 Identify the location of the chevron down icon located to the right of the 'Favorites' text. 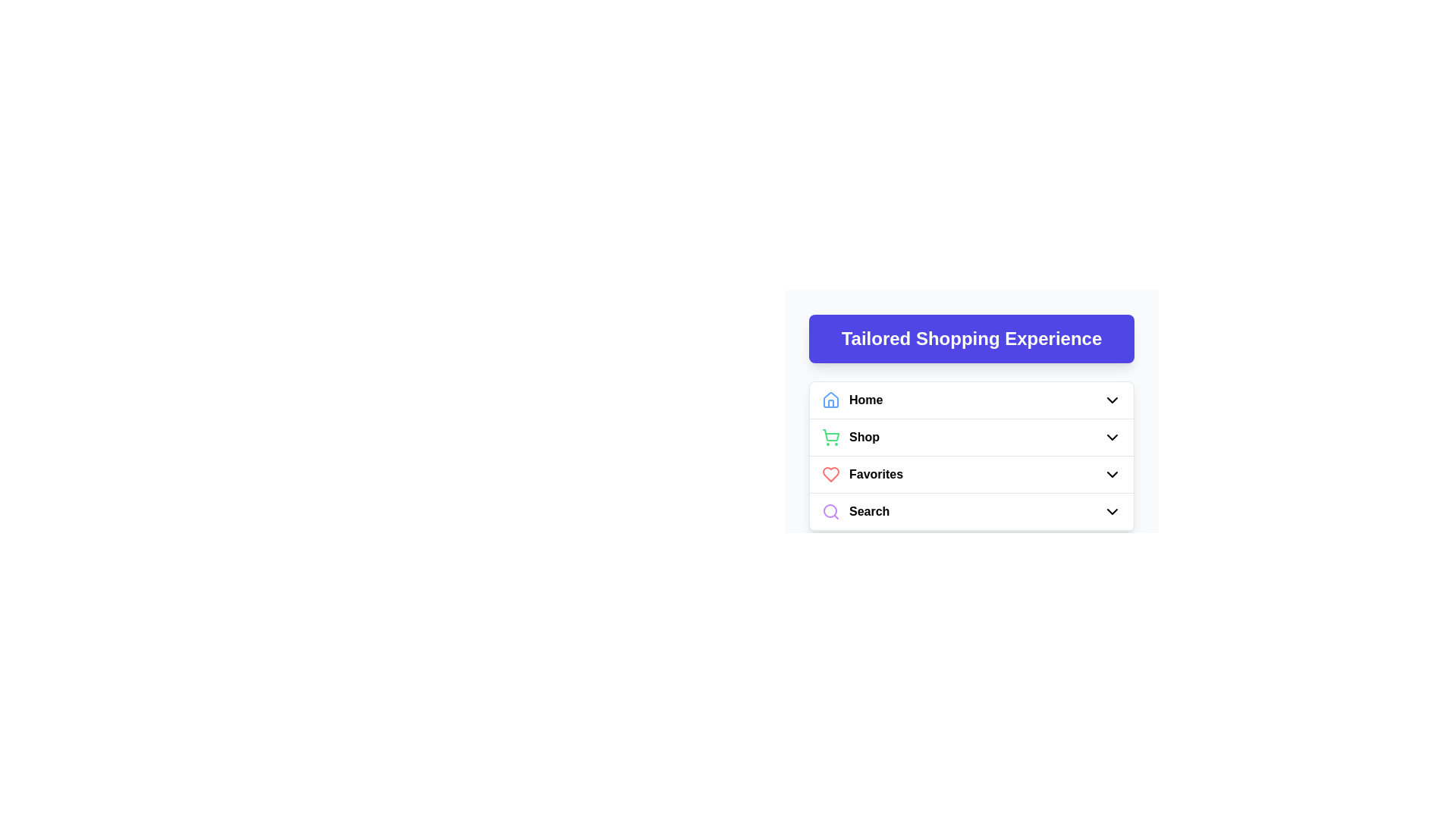
(1112, 473).